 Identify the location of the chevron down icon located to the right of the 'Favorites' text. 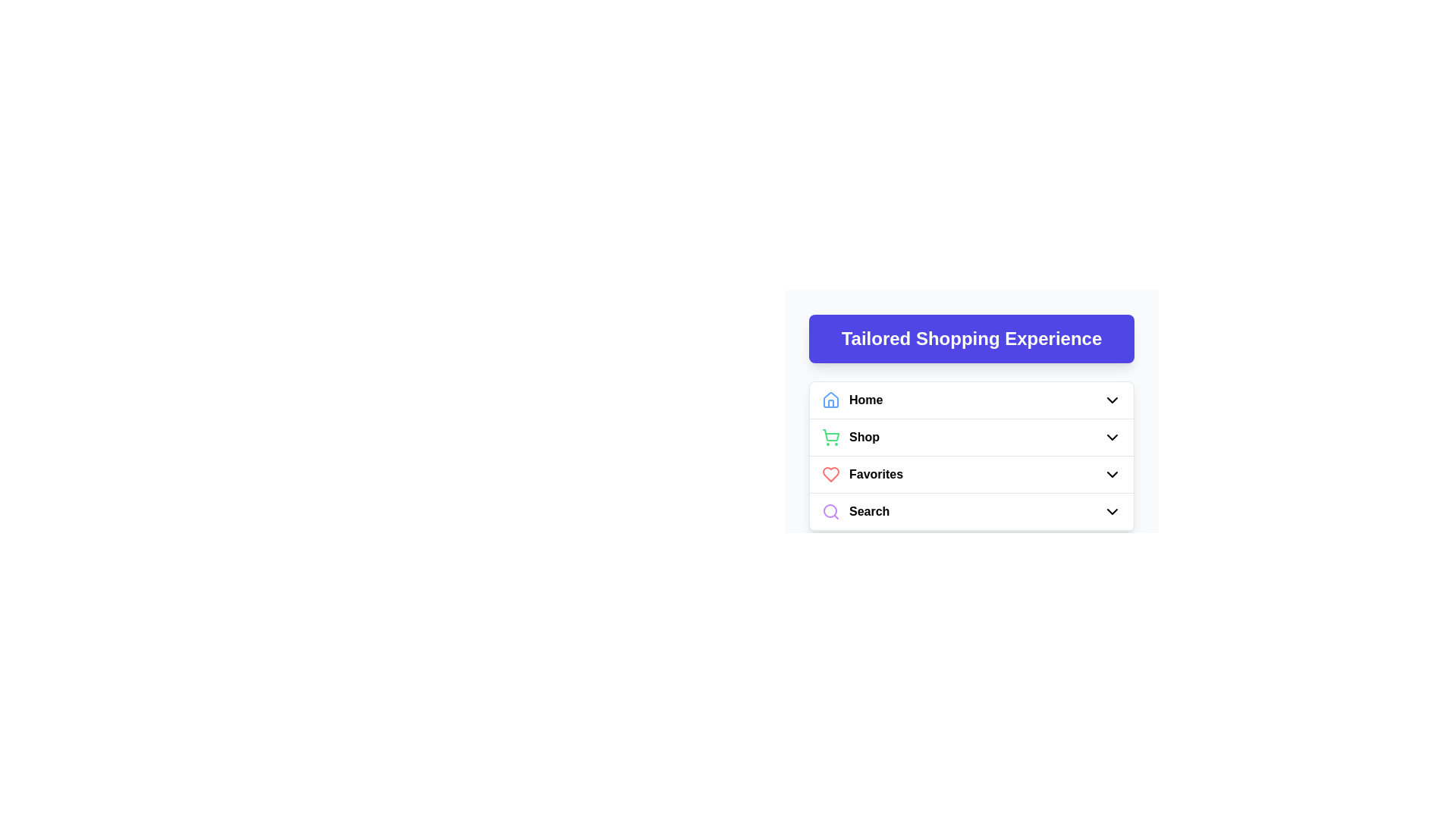
(1112, 473).